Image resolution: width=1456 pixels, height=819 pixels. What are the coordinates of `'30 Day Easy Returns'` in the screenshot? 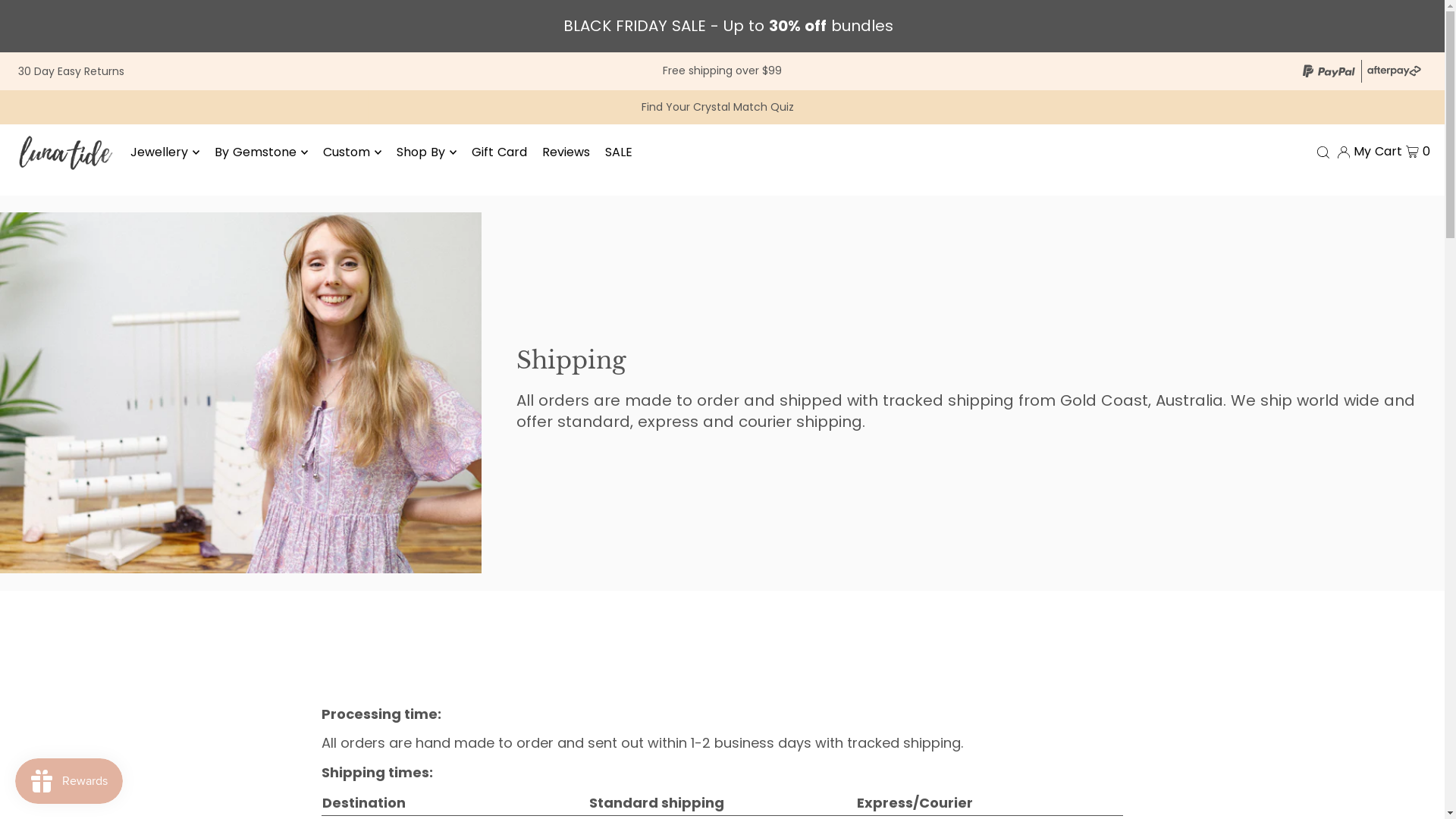 It's located at (71, 71).